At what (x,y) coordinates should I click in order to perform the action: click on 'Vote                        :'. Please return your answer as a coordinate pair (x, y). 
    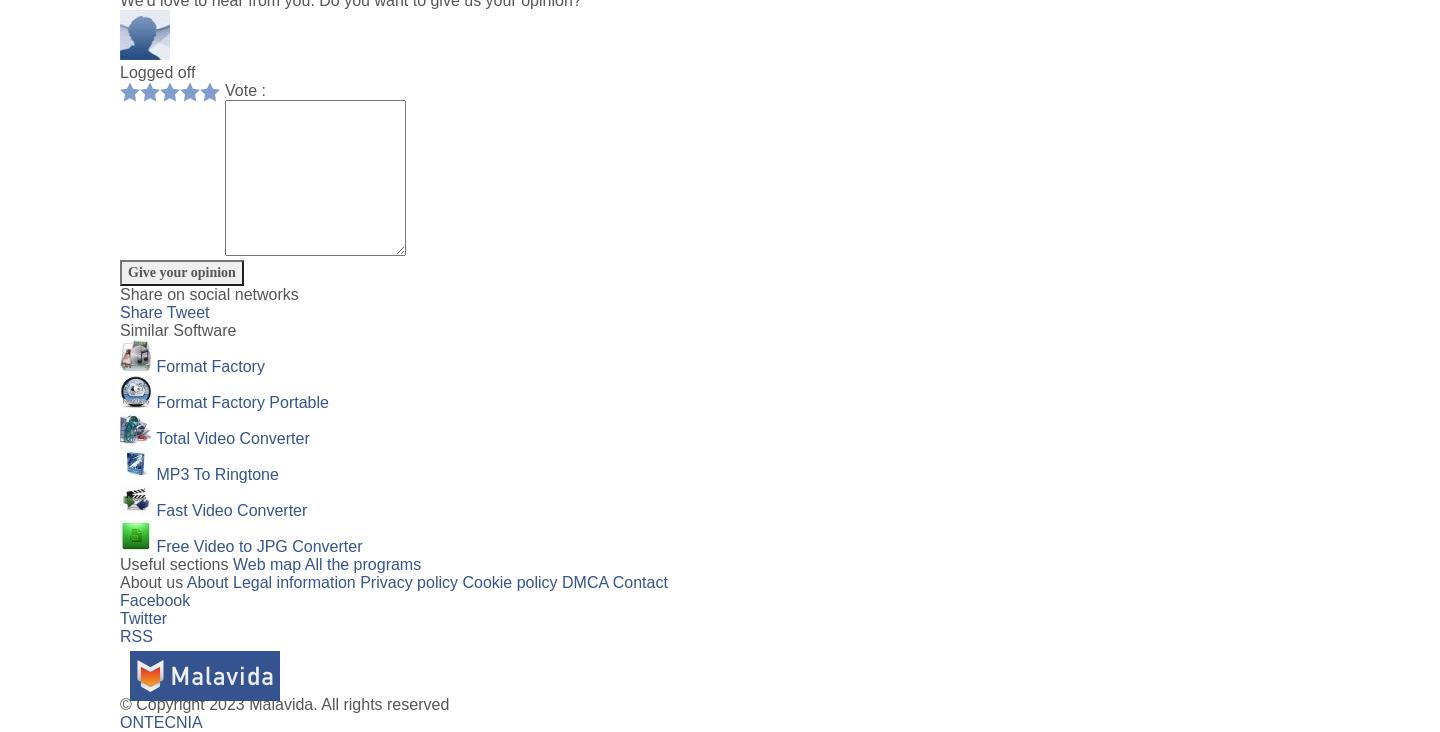
    Looking at the image, I should click on (243, 89).